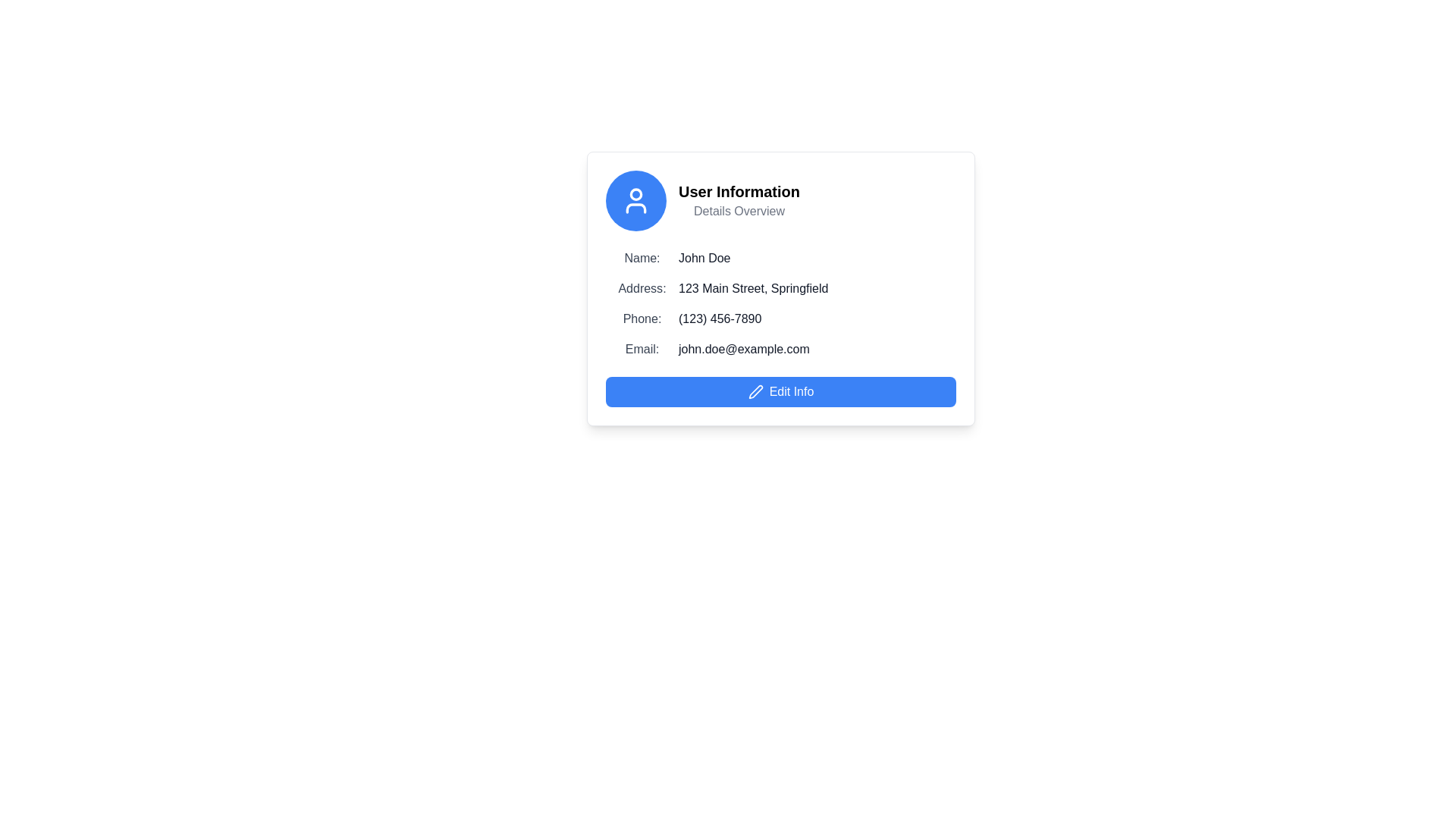 Image resolution: width=1456 pixels, height=819 pixels. What do you see at coordinates (790, 391) in the screenshot?
I see `the 'Edit Info' button, which is a white text on a blue background` at bounding box center [790, 391].